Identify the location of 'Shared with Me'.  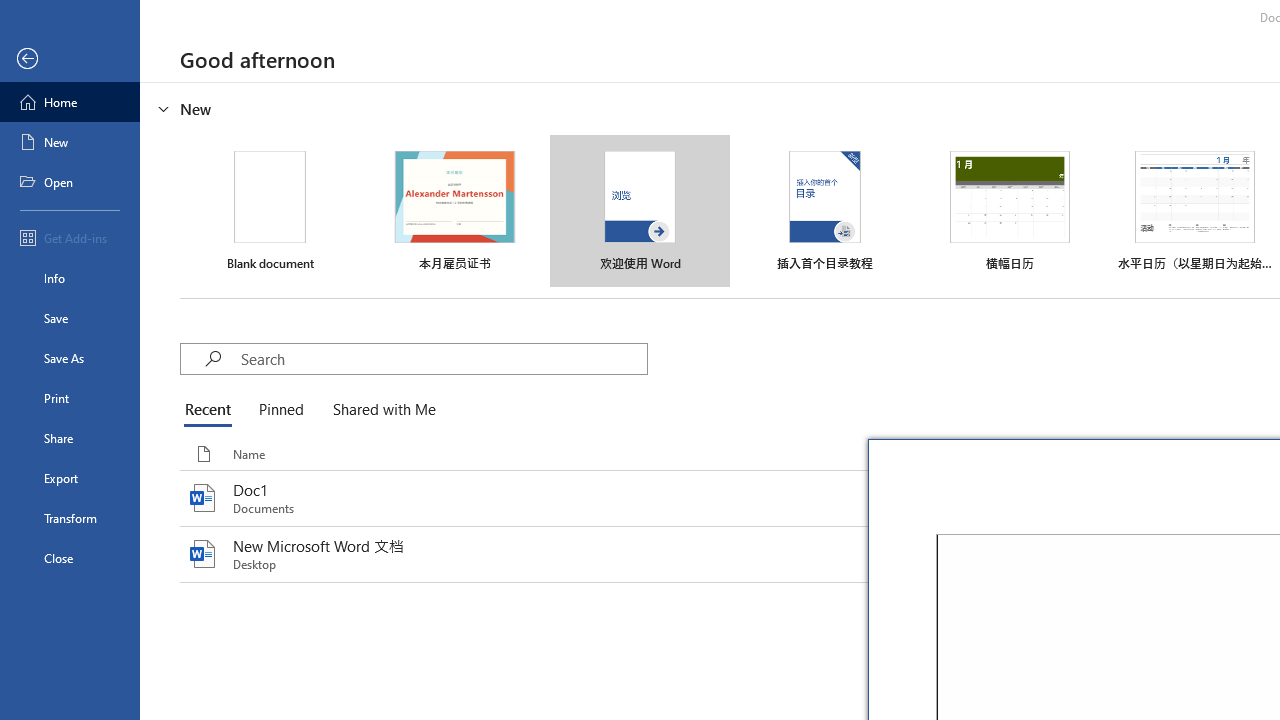
(380, 410).